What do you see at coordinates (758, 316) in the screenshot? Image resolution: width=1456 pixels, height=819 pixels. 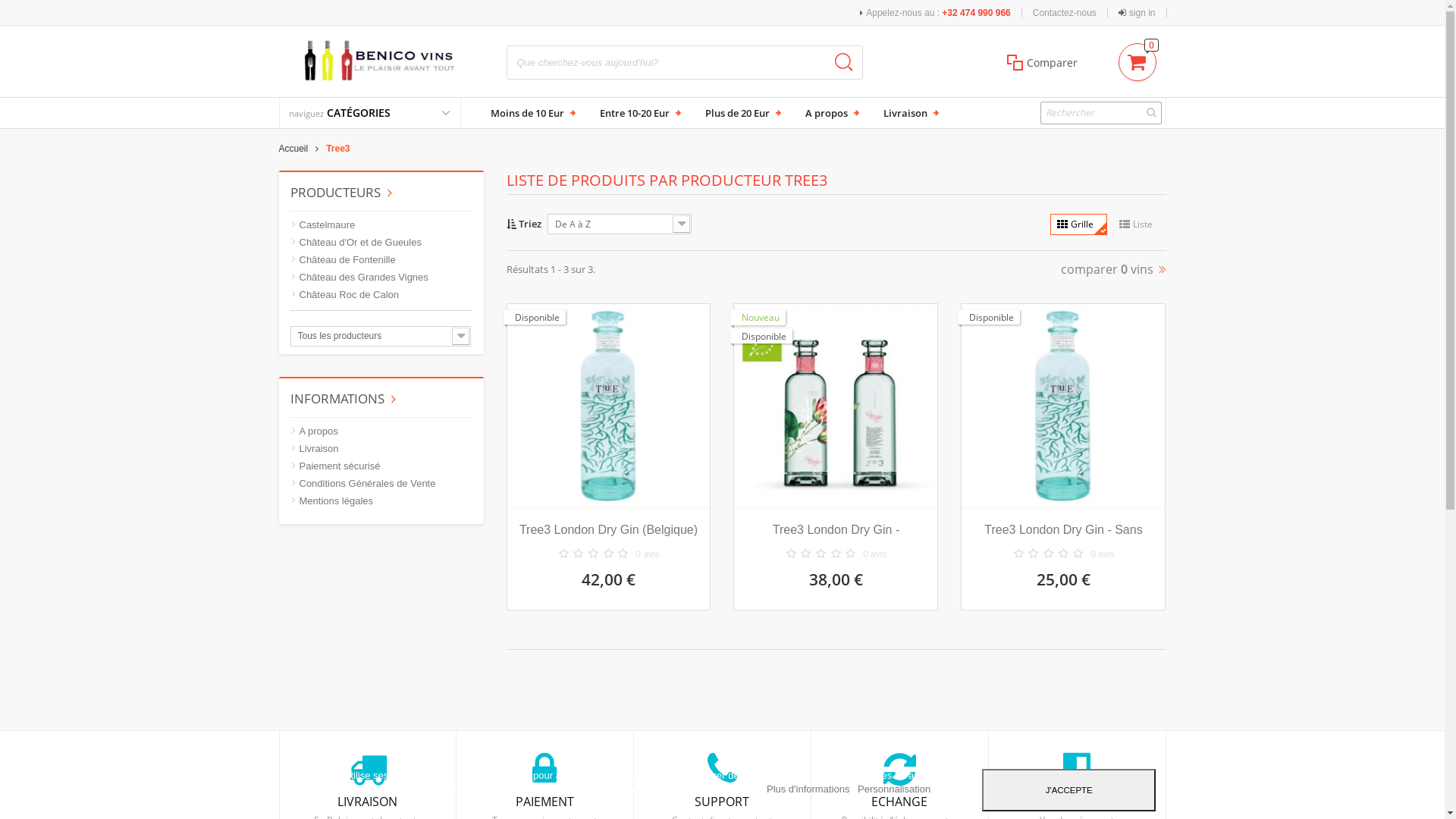 I see `'Nouveau'` at bounding box center [758, 316].